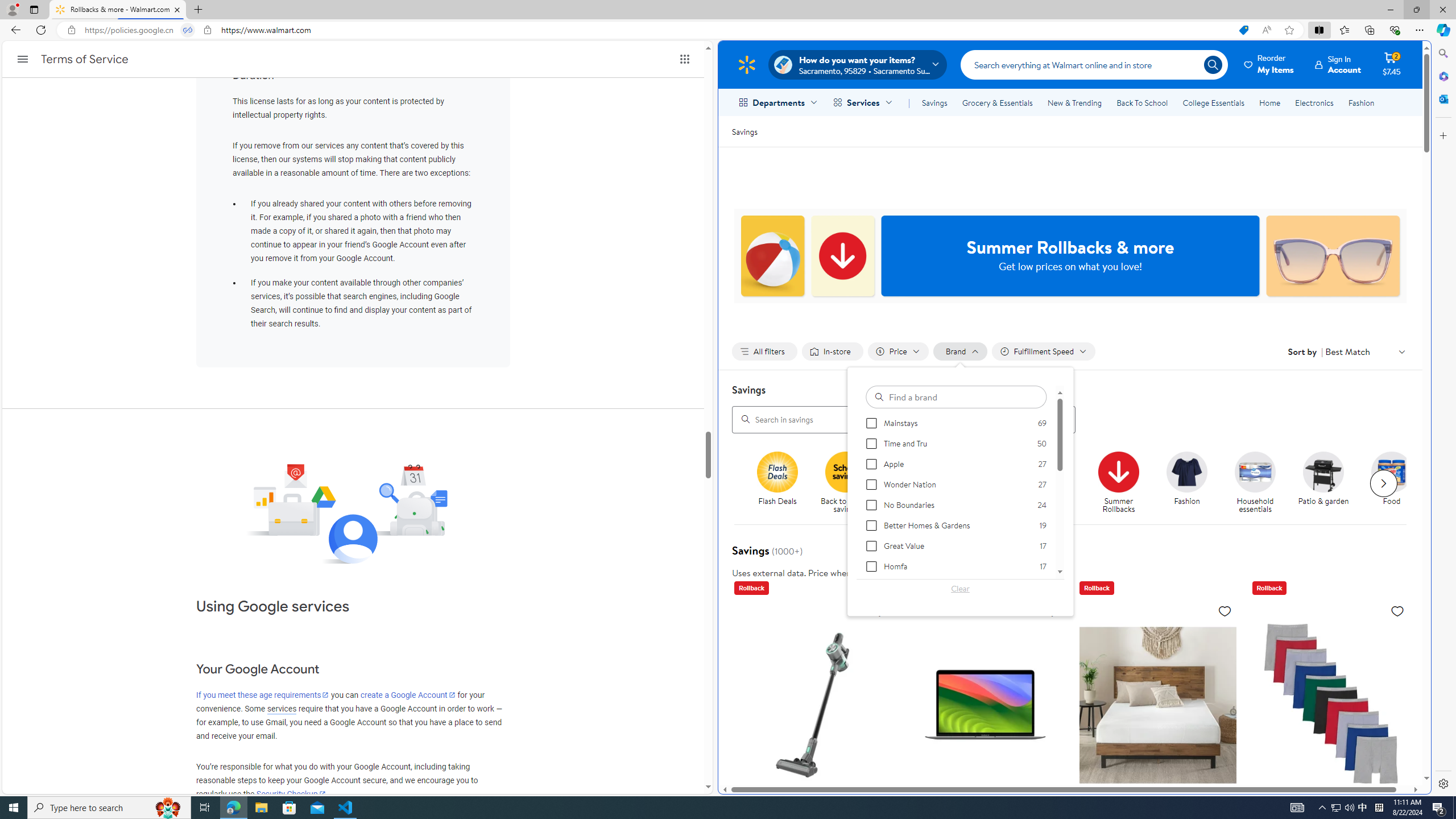  I want to click on 'Back To School', so click(1141, 102).